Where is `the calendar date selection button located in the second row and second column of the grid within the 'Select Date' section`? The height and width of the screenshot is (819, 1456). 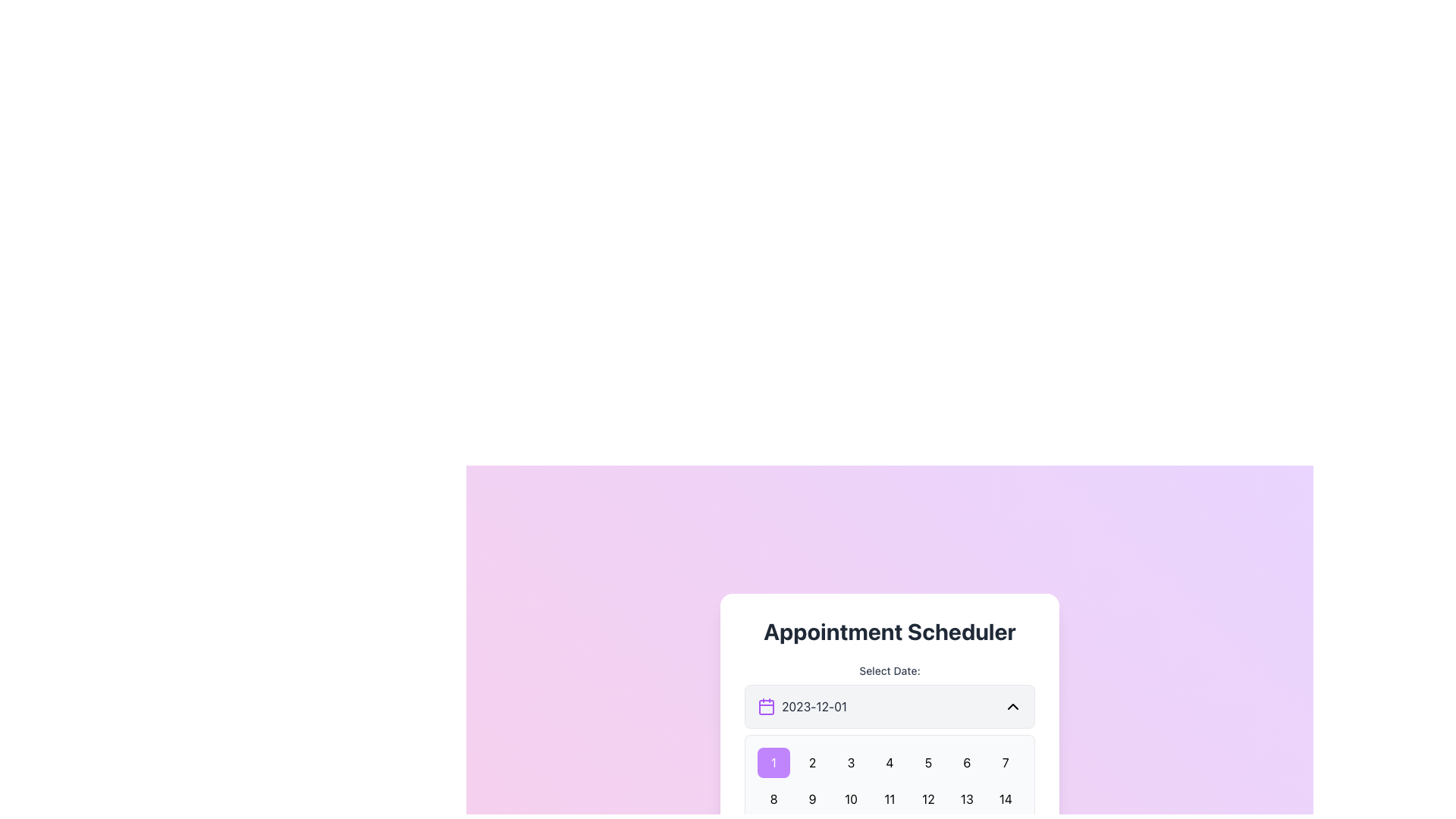
the calendar date selection button located in the second row and second column of the grid within the 'Select Date' section is located at coordinates (811, 799).